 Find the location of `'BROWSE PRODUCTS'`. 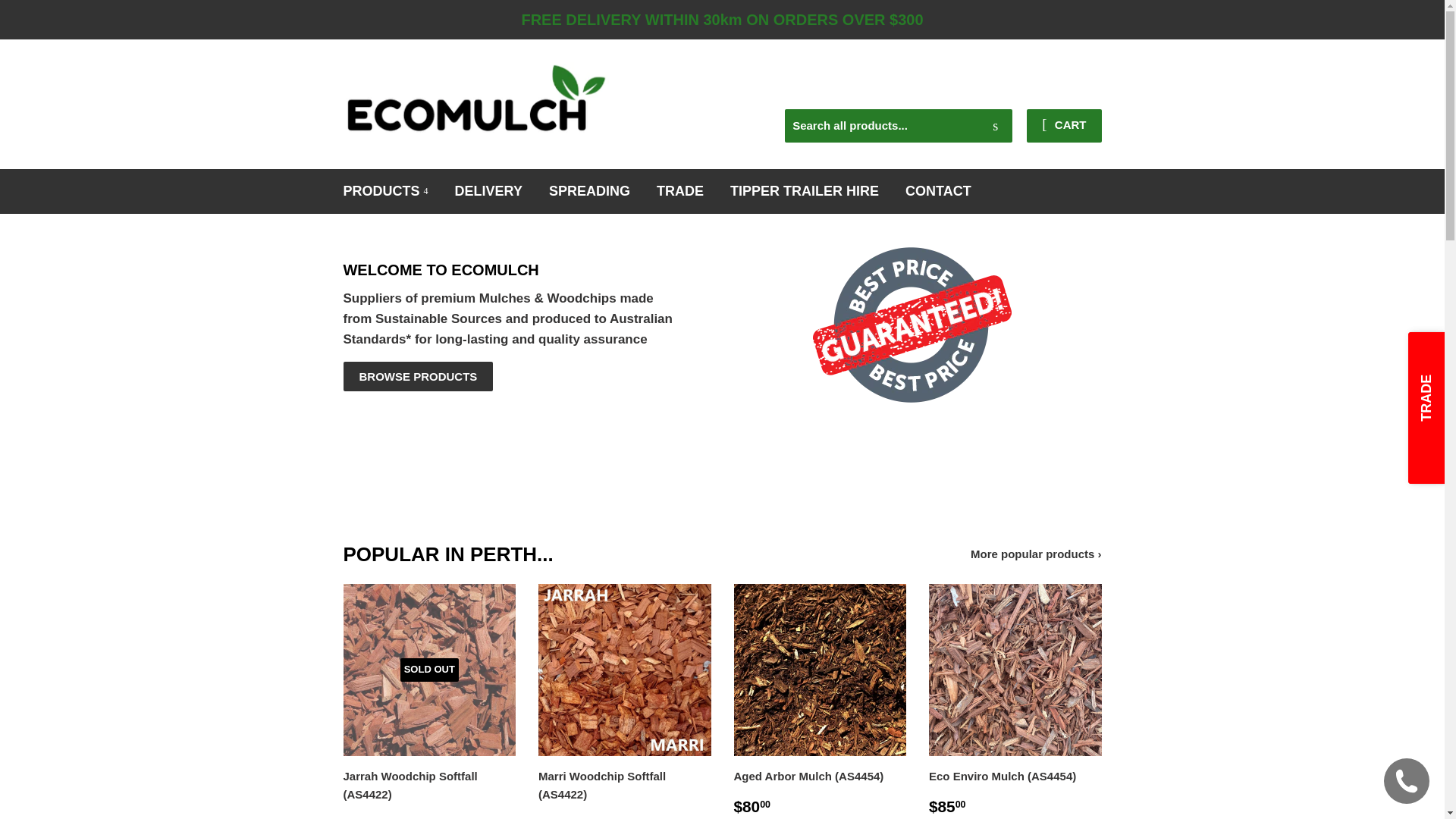

'BROWSE PRODUCTS' is located at coordinates (418, 375).